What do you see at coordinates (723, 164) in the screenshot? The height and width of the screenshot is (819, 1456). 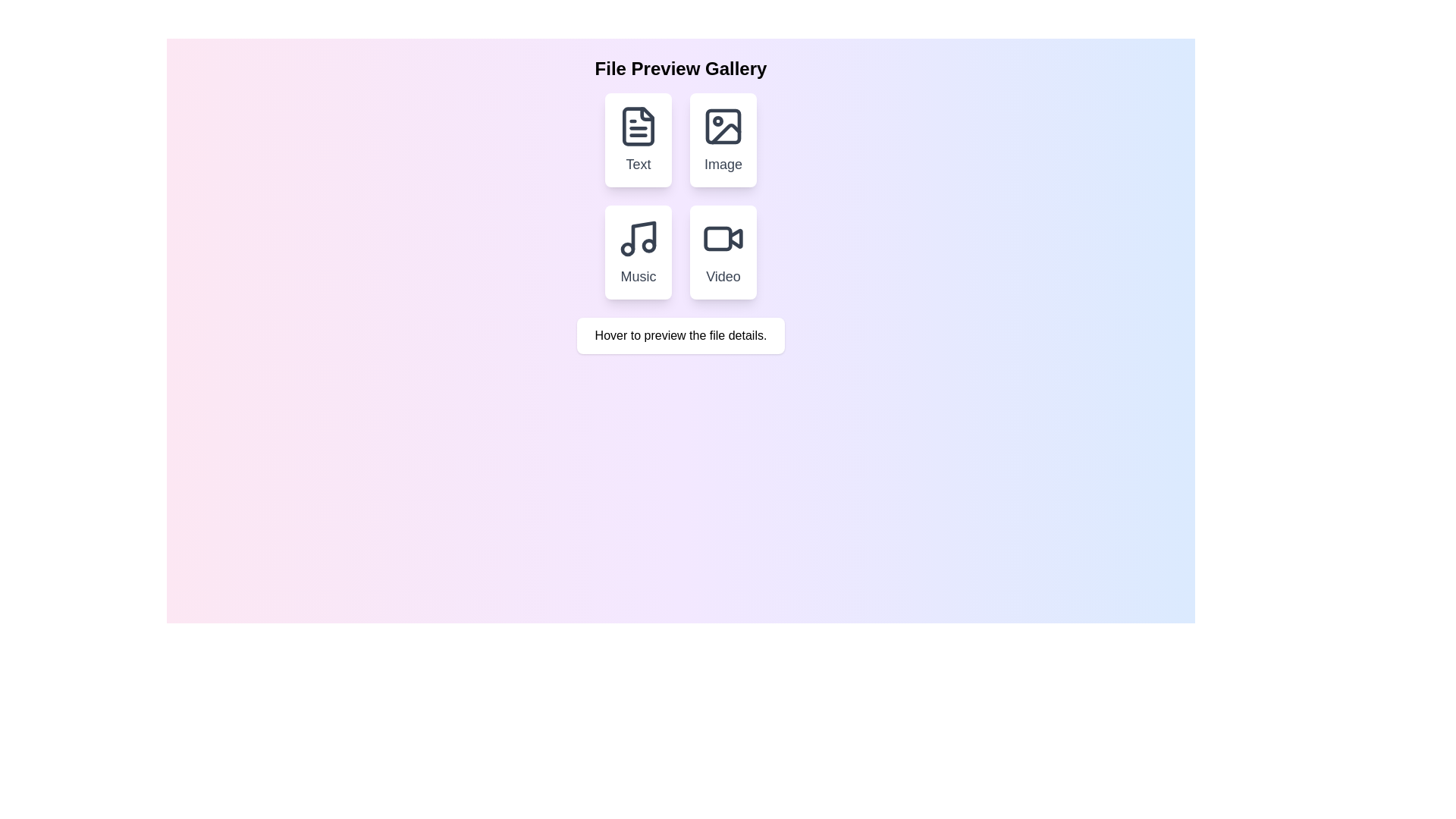 I see `text label displaying the word 'Image' that is located in the second card of the top row in the grid layout, directly beneath the image icon` at bounding box center [723, 164].